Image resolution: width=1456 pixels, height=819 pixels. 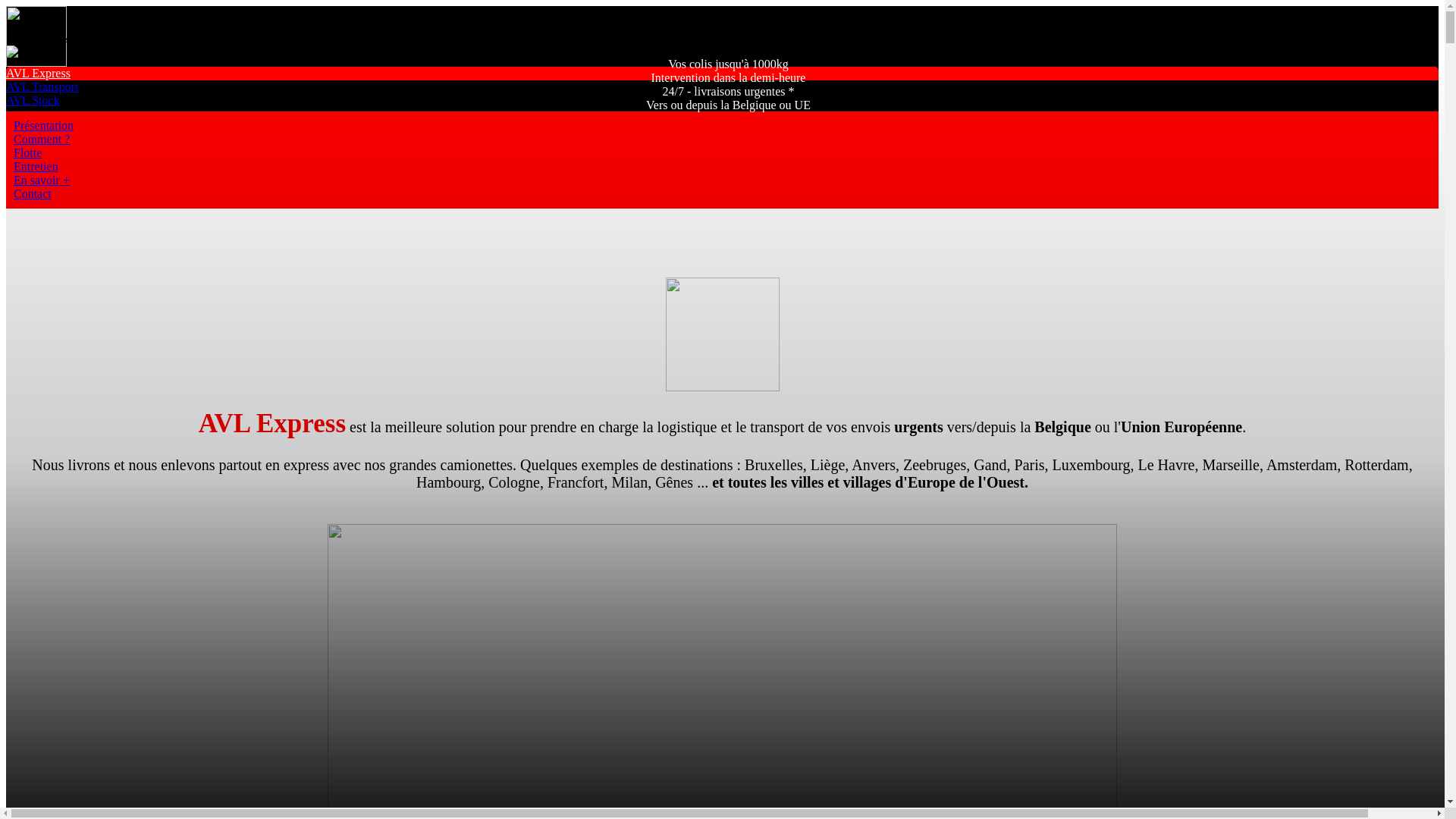 I want to click on 'Contact', so click(x=33, y=193).